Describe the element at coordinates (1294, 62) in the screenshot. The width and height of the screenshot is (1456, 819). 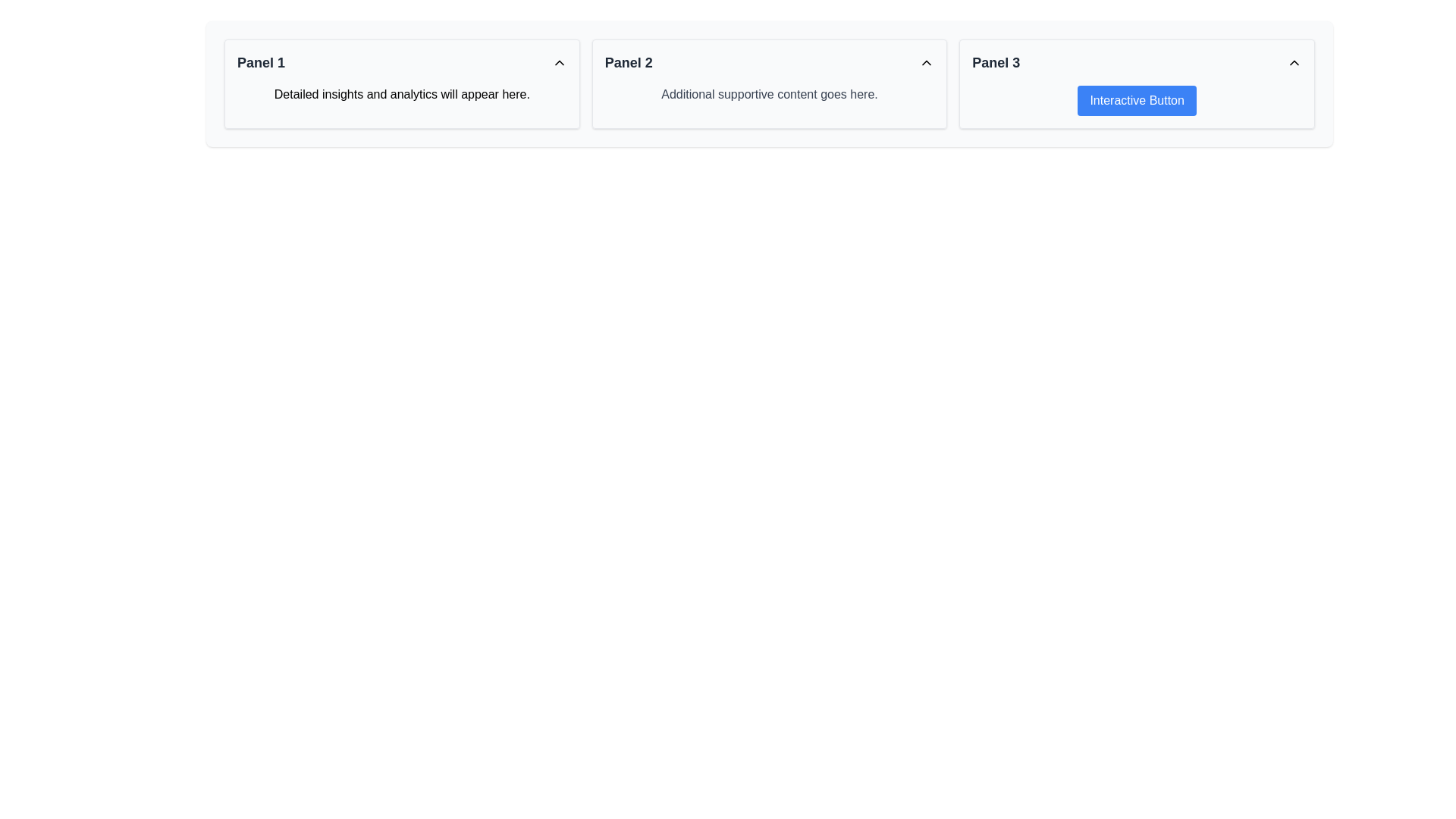
I see `the chevron icon located at the rightmost part of the header bar of 'Panel 3'` at that location.